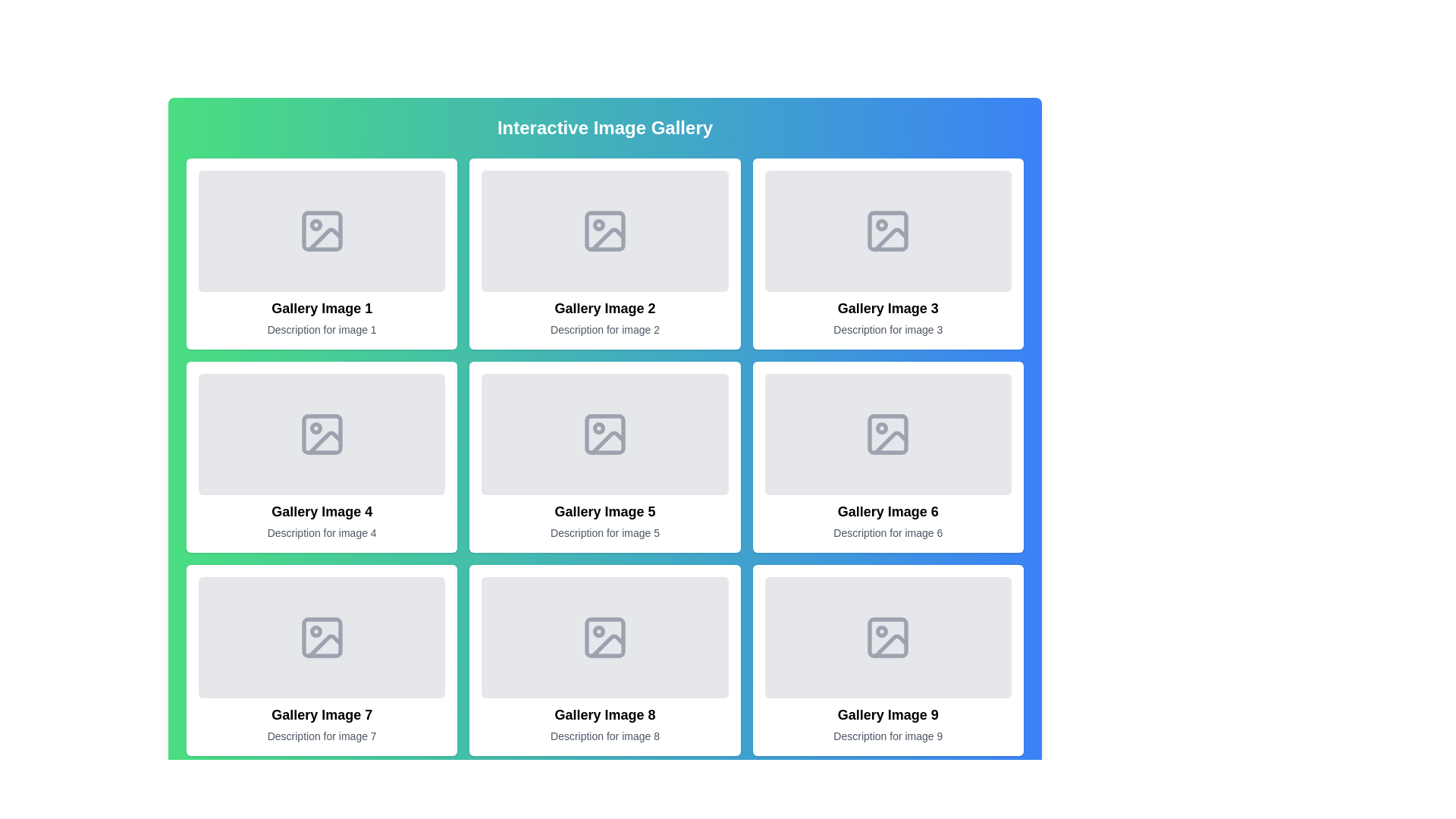  I want to click on the title text for the gallery image located in the third position of the top row in a 3x3 grid layout, beneath the image placeholder and above the description text, so click(888, 308).